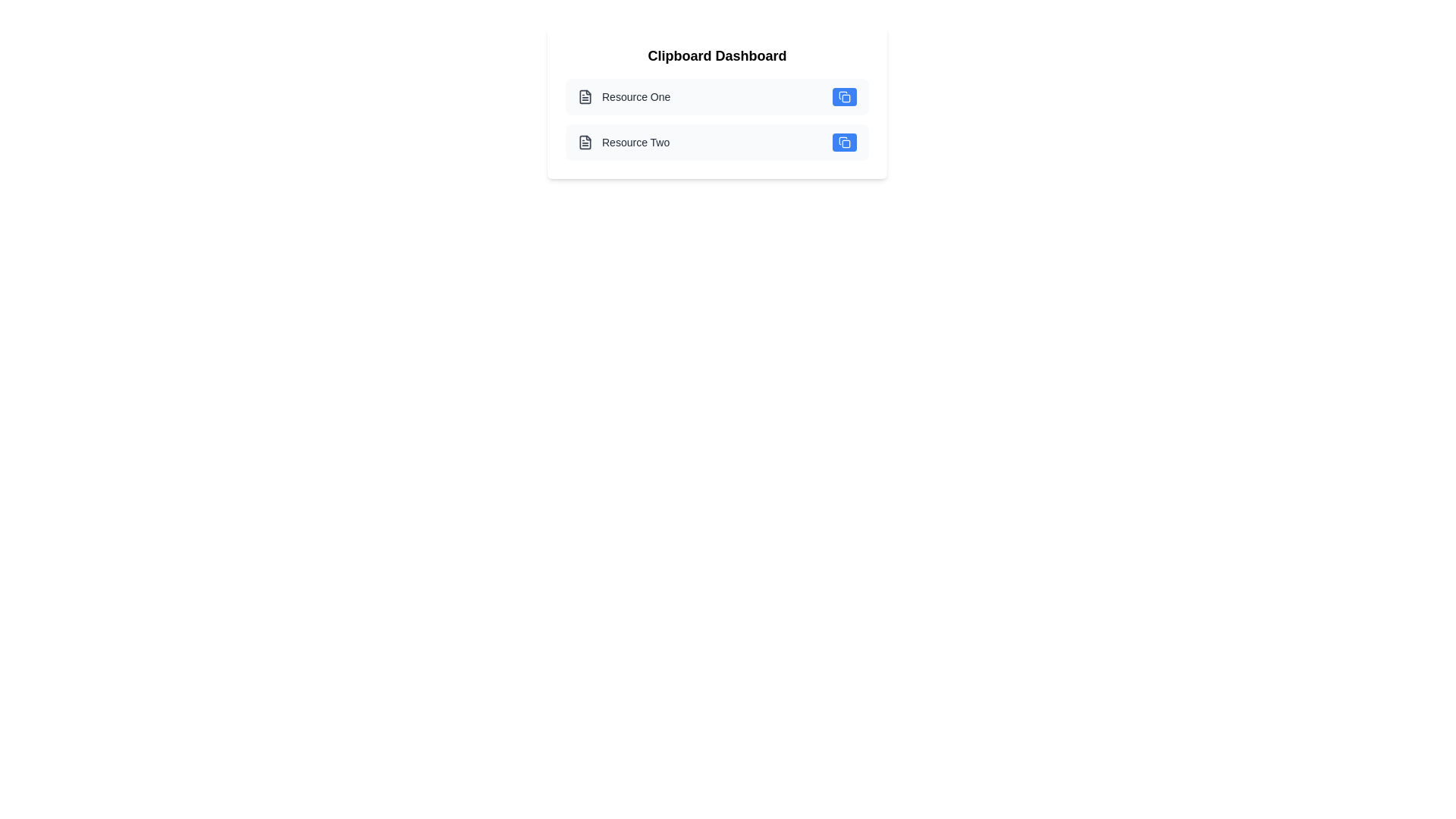  Describe the element at coordinates (585, 96) in the screenshot. I see `the document or file icon located at the leftmost side of the row labeled 'Resource One' in the Clipboard Dashboard` at that location.